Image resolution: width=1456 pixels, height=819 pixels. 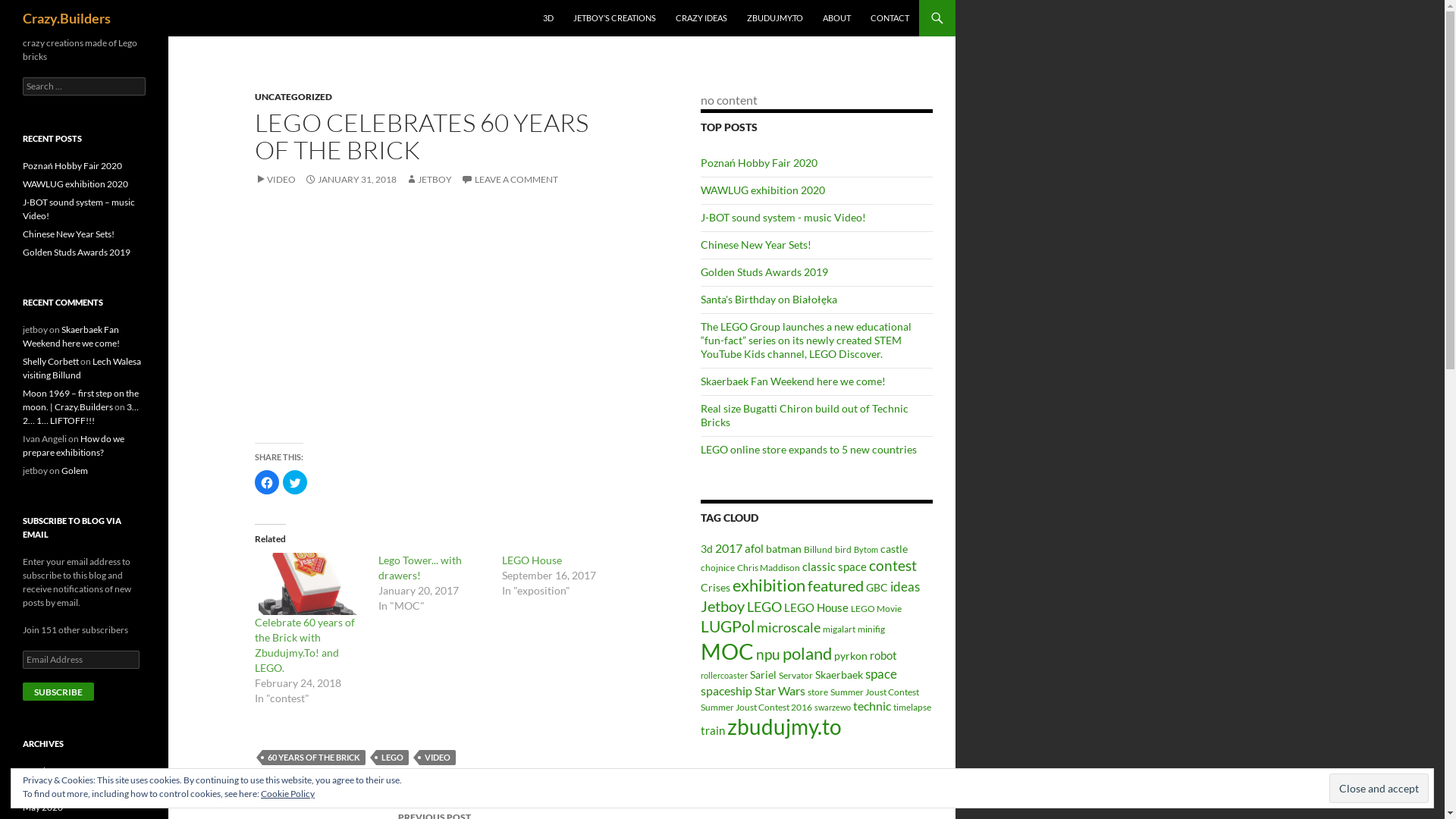 I want to click on 'store', so click(x=817, y=692).